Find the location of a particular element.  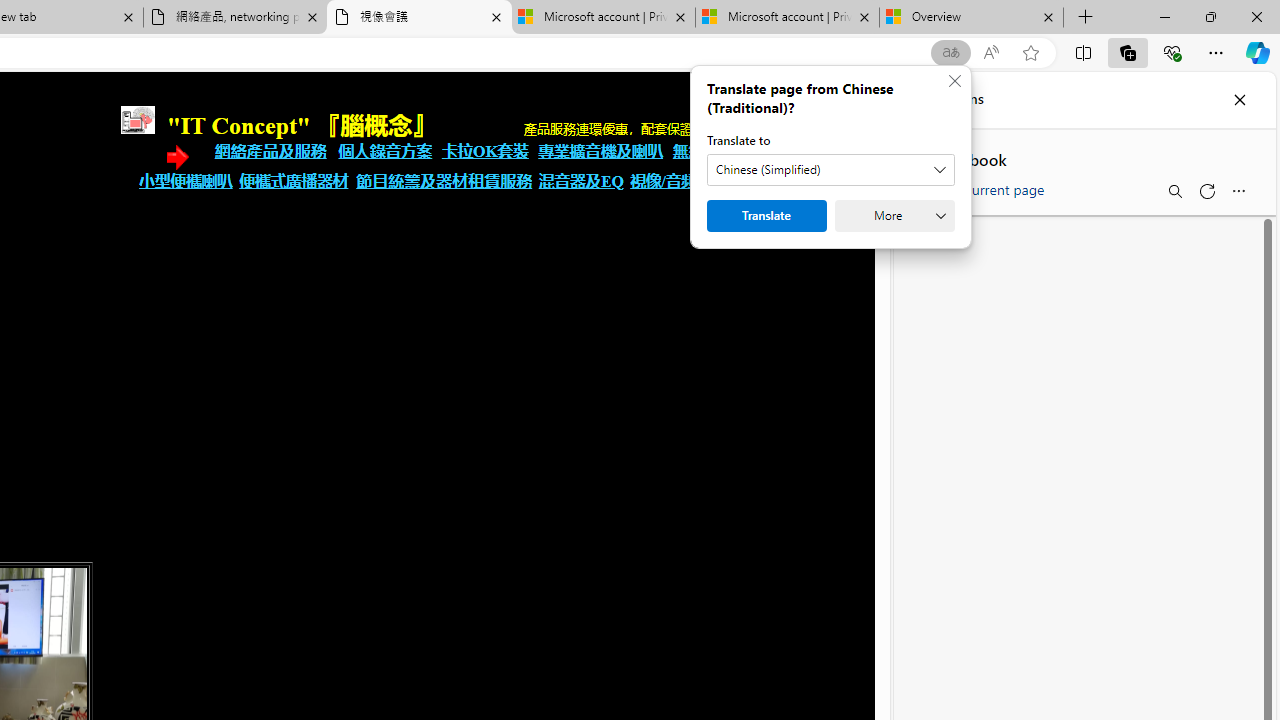

'Add current page' is located at coordinates (983, 186).